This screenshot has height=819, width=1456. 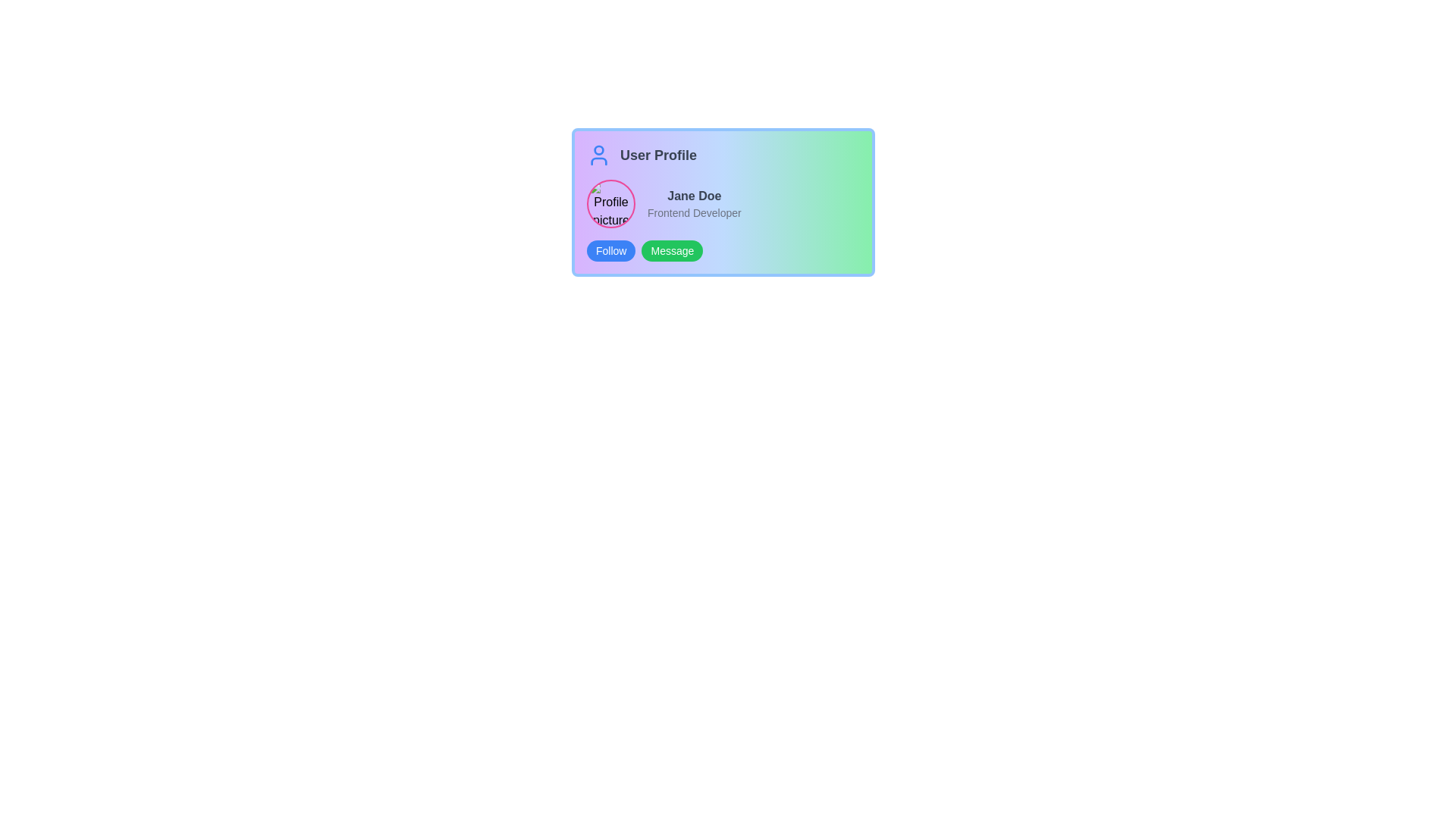 I want to click on the Text Display element that serves as the display name for the user within the profile card, positioned above the 'Frontend Developer' text, so click(x=693, y=195).